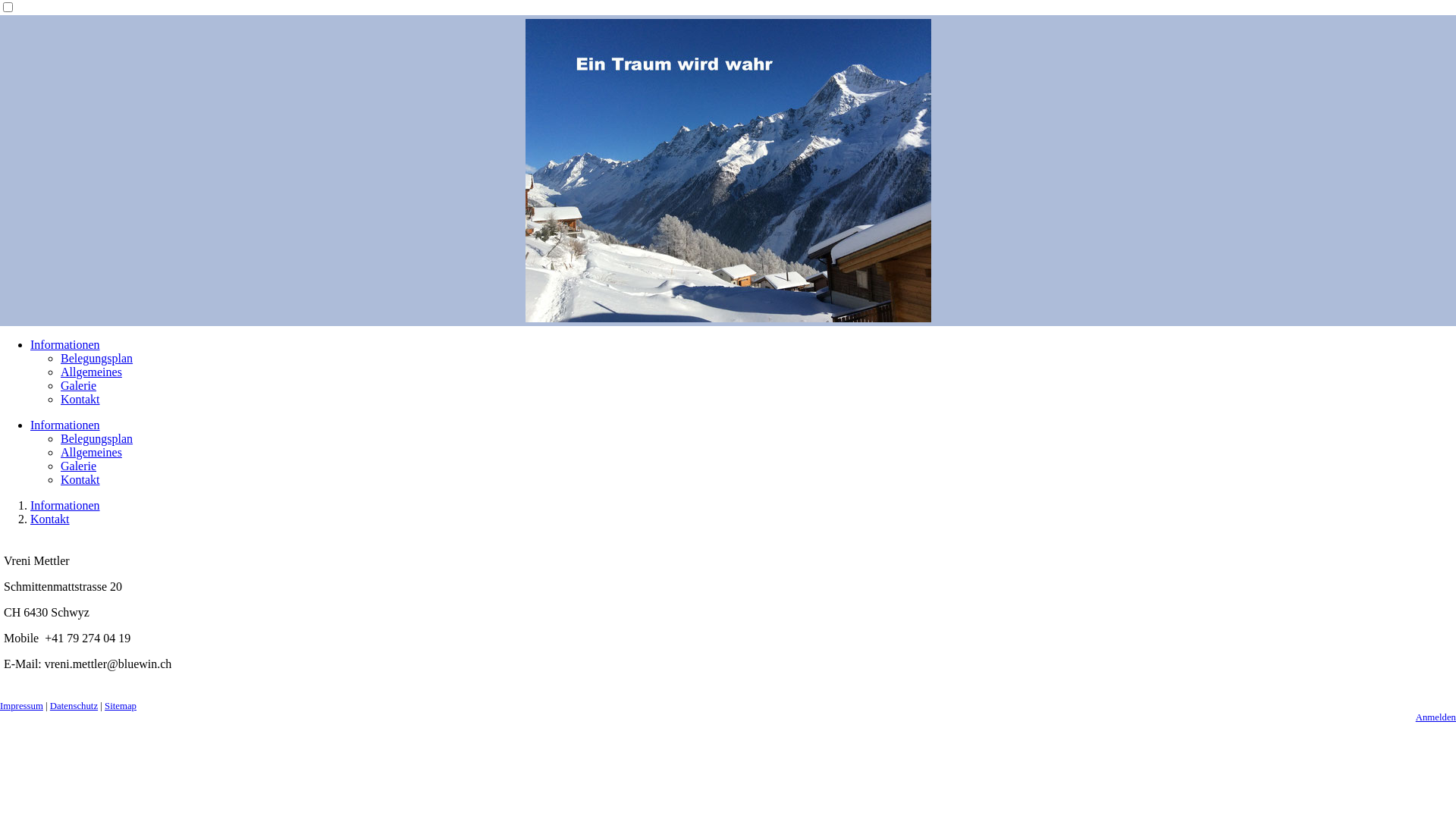 The width and height of the screenshot is (1456, 819). Describe the element at coordinates (64, 344) in the screenshot. I see `'Informationen'` at that location.